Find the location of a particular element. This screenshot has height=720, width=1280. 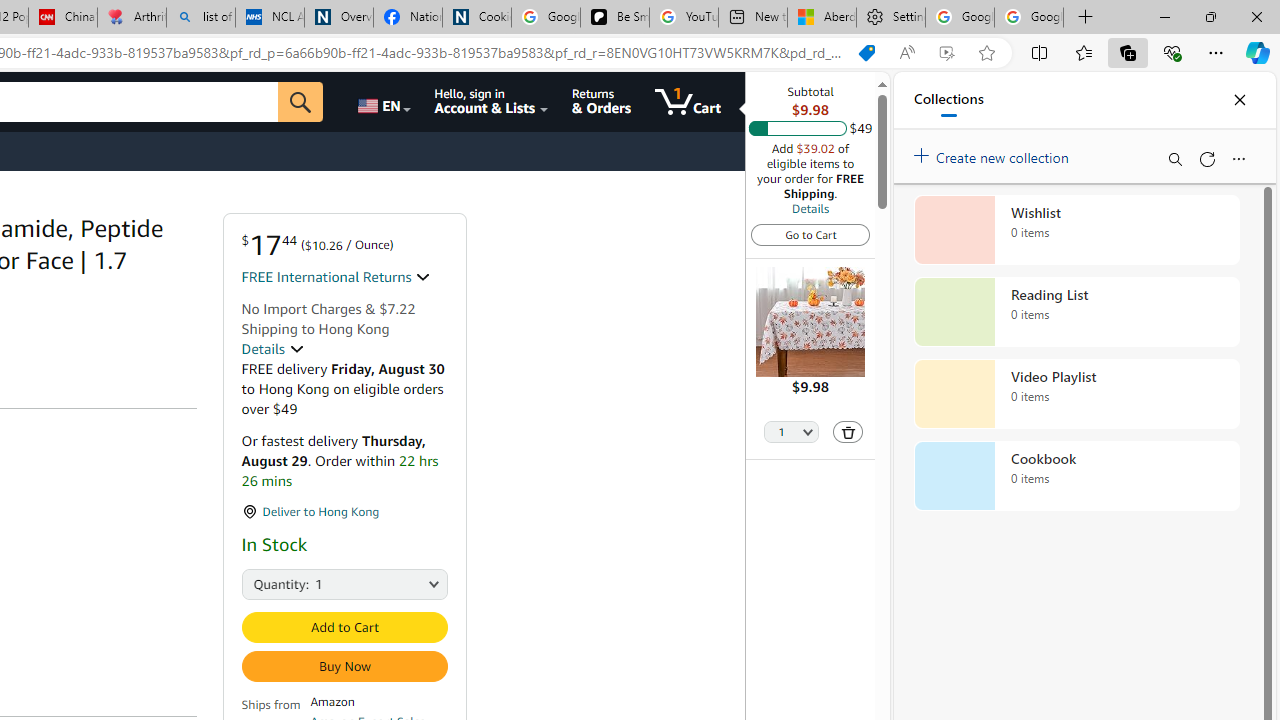

'Restore' is located at coordinates (1209, 16).